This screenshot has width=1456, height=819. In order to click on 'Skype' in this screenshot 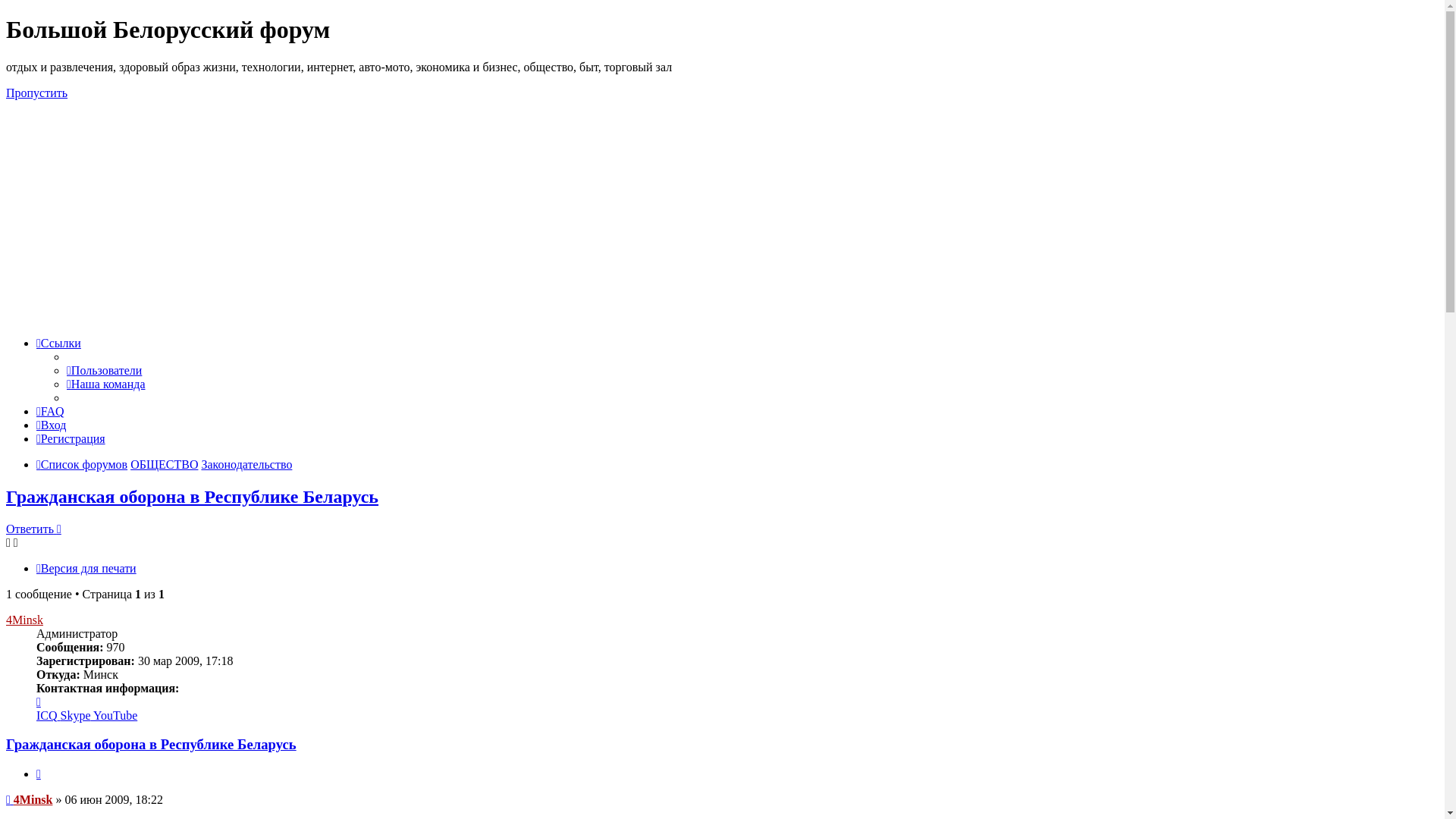, I will do `click(76, 715)`.